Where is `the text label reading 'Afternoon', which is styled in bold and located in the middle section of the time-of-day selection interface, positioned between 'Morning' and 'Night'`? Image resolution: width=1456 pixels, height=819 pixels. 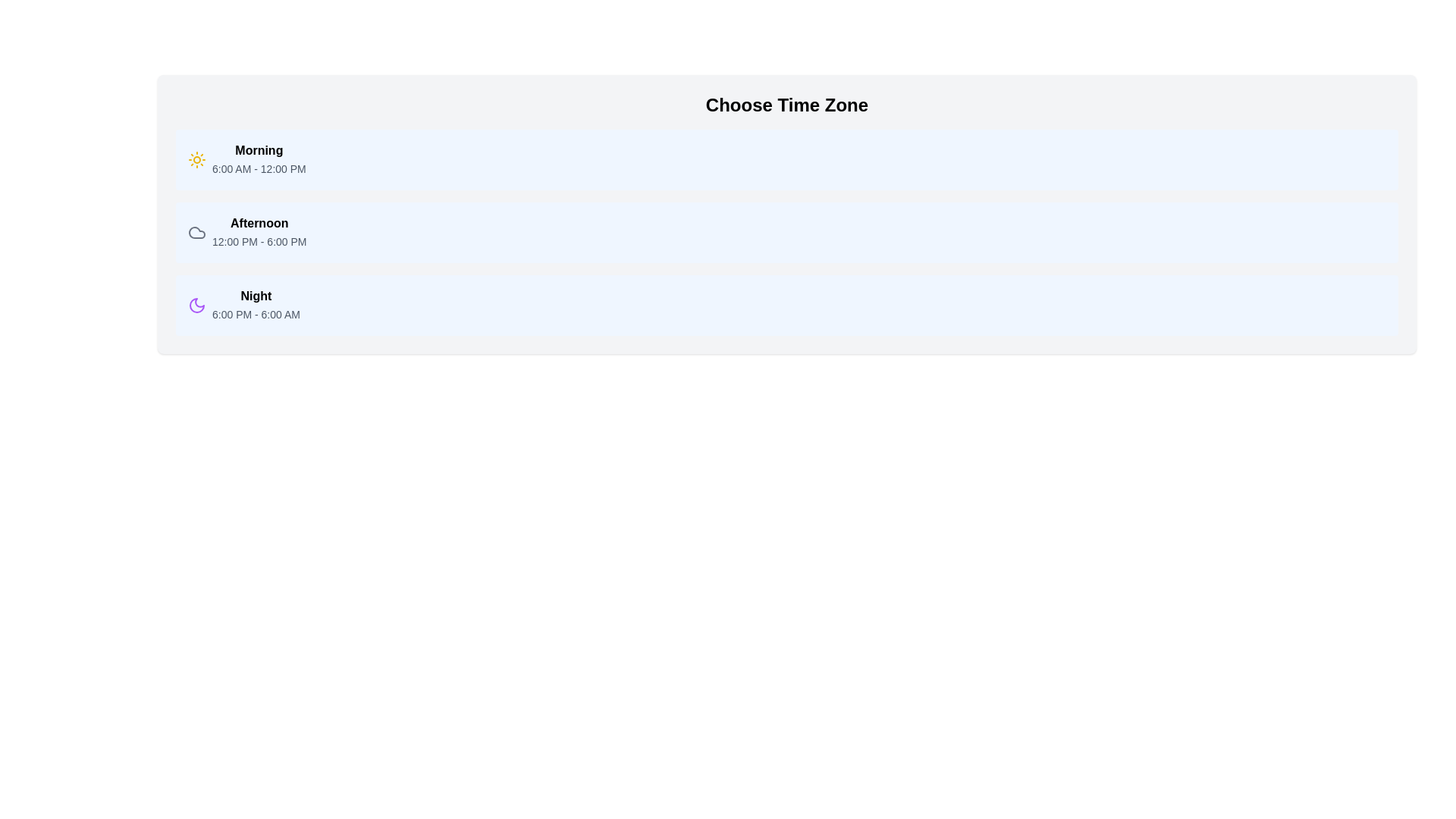 the text label reading 'Afternoon', which is styled in bold and located in the middle section of the time-of-day selection interface, positioned between 'Morning' and 'Night' is located at coordinates (259, 223).